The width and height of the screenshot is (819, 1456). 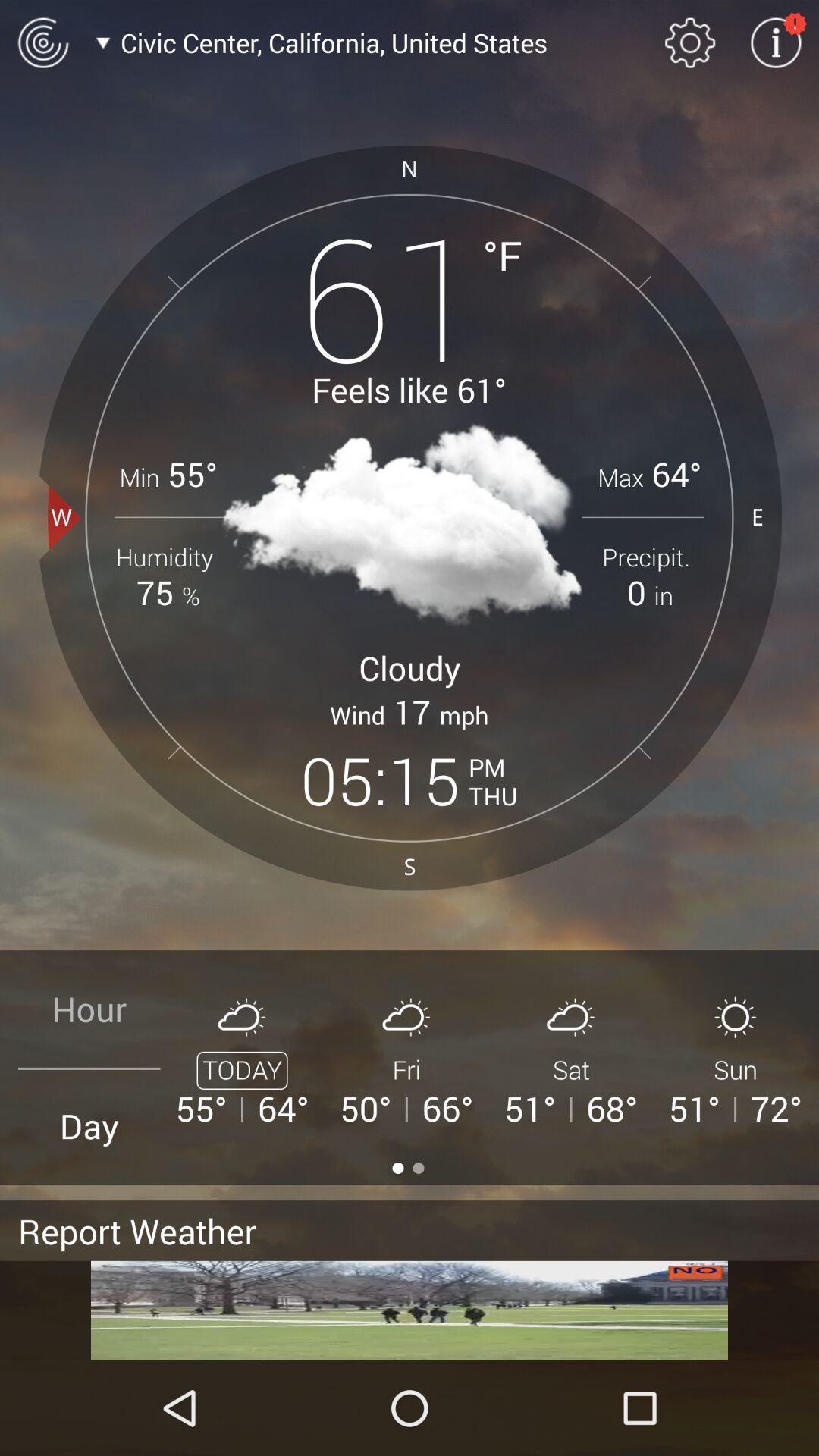 I want to click on screen page, so click(x=409, y=1310).